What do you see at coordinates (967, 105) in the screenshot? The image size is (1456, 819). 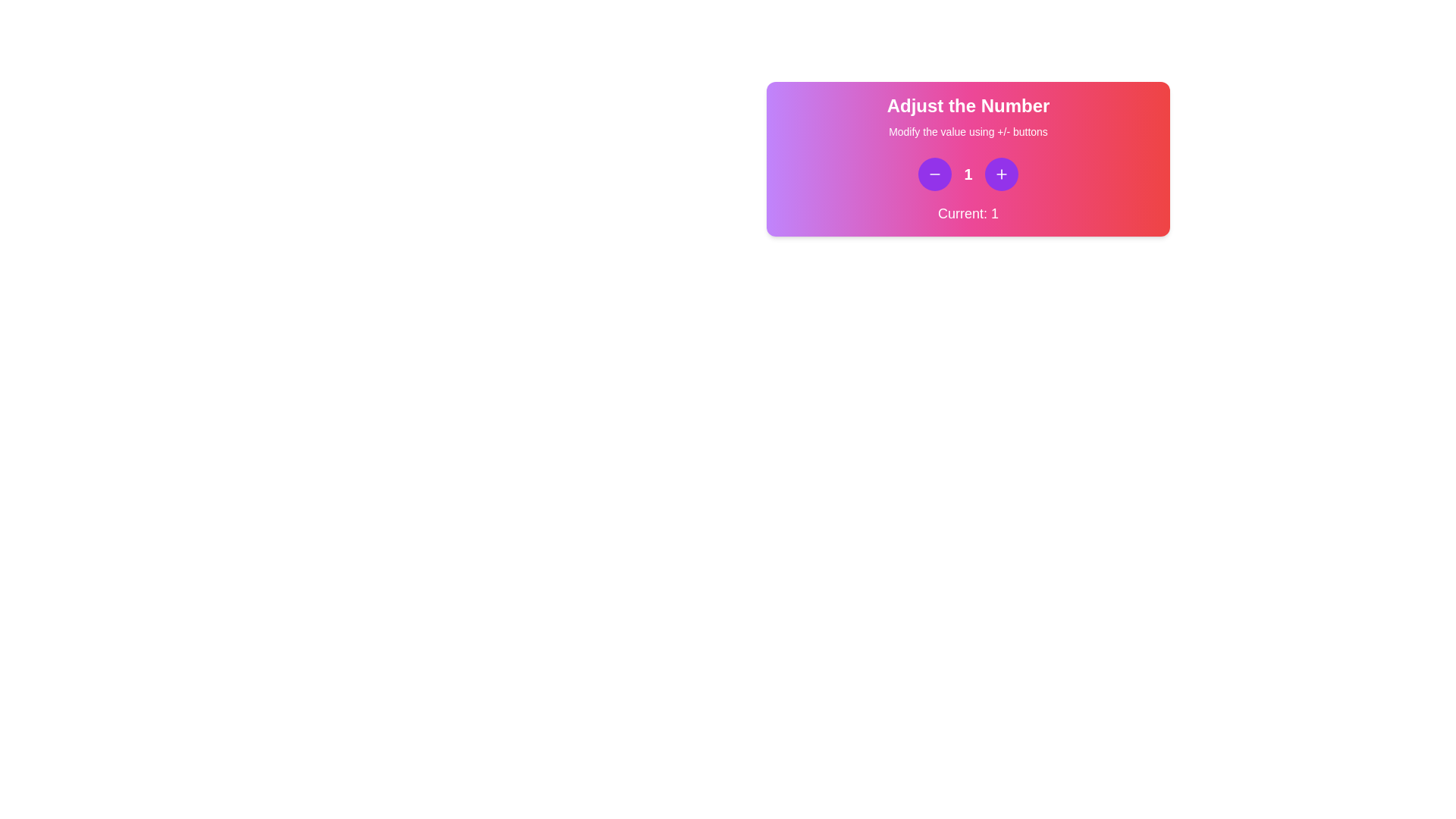 I see `the Header text element that displays 'Adjust the Number' in bold, large white text on a vibrant gradient background` at bounding box center [967, 105].